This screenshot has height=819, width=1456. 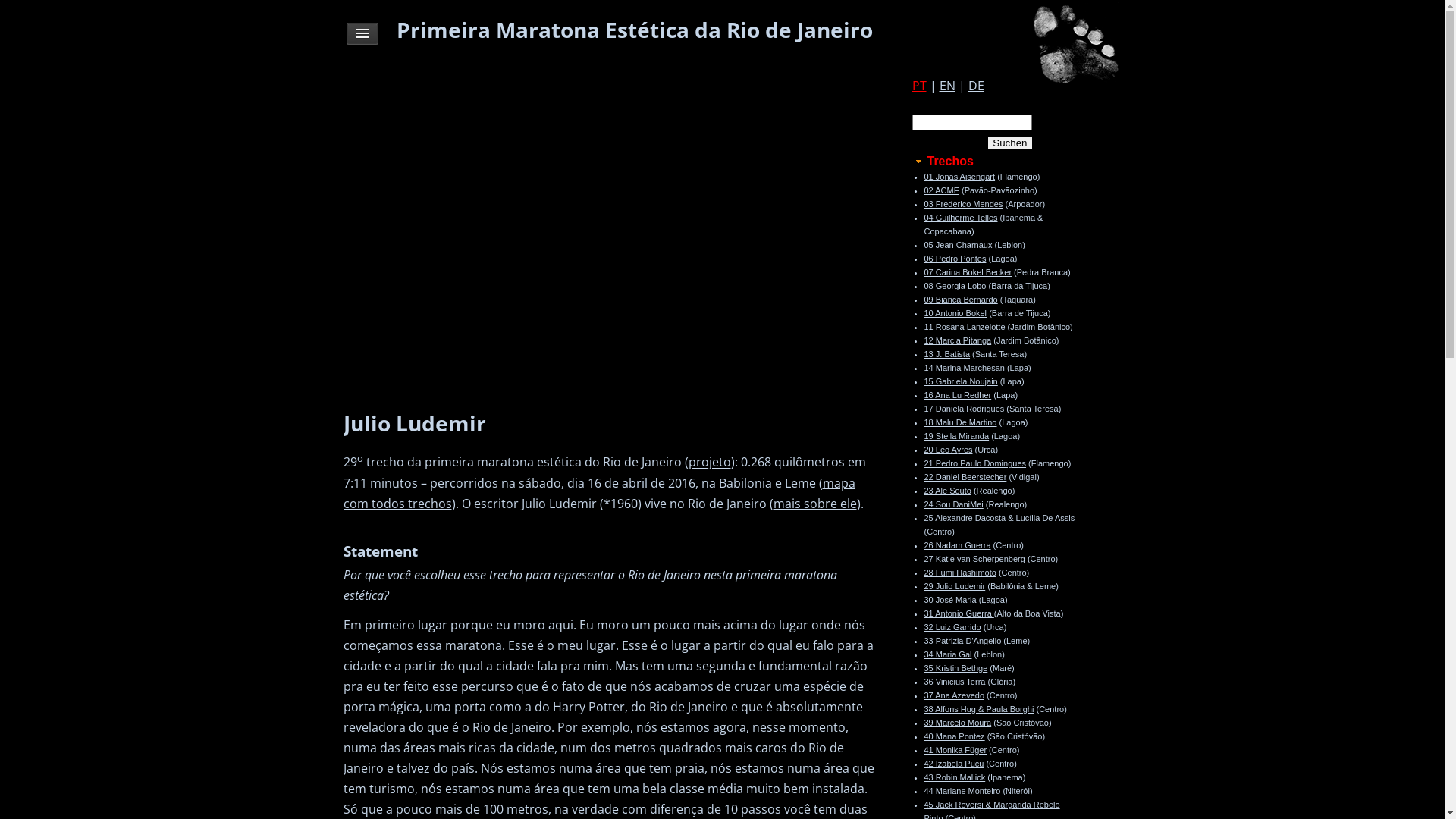 What do you see at coordinates (923, 339) in the screenshot?
I see `'12 Marcia Pitanga'` at bounding box center [923, 339].